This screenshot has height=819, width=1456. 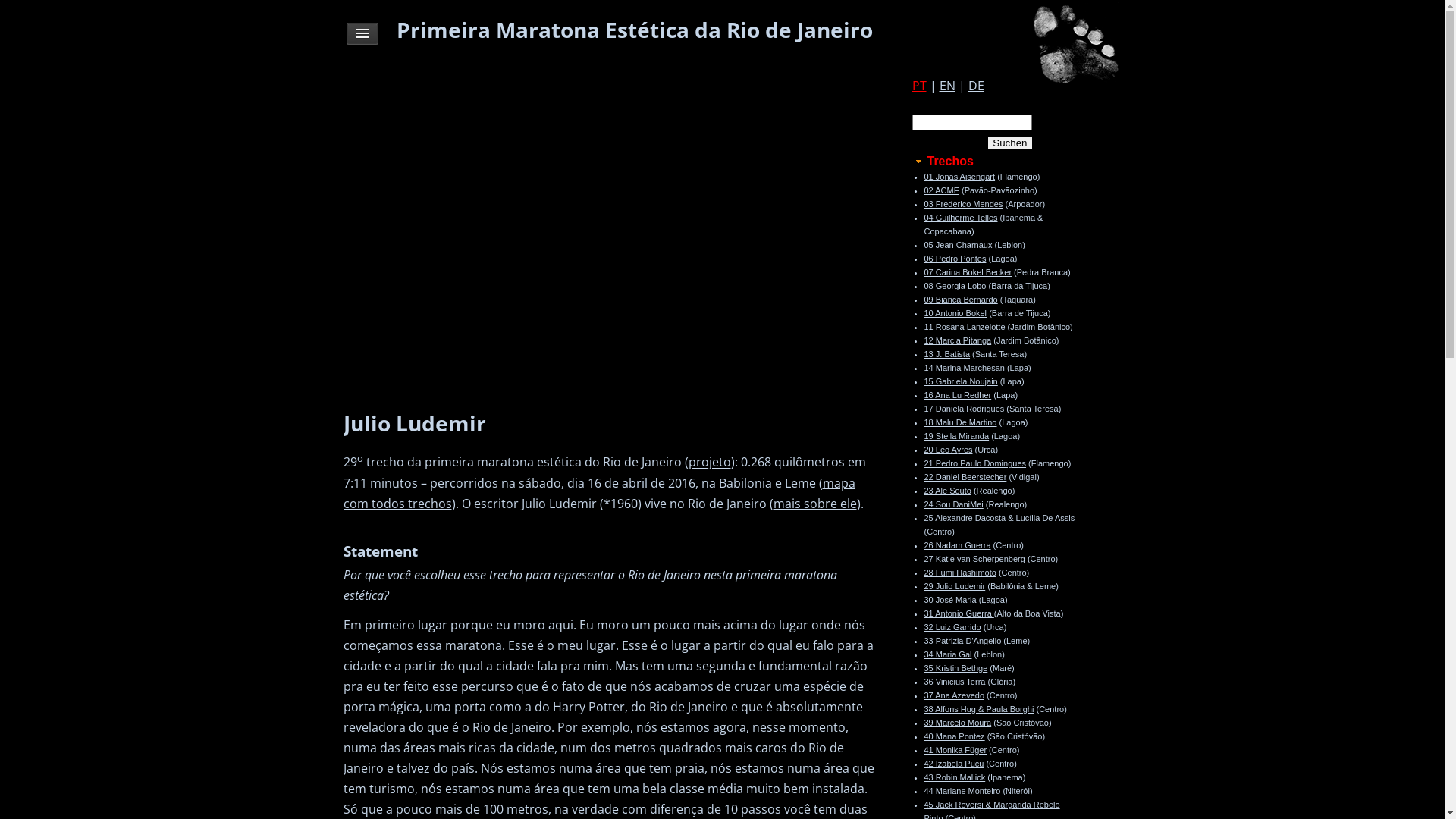 What do you see at coordinates (923, 339) in the screenshot?
I see `'12 Marcia Pitanga'` at bounding box center [923, 339].